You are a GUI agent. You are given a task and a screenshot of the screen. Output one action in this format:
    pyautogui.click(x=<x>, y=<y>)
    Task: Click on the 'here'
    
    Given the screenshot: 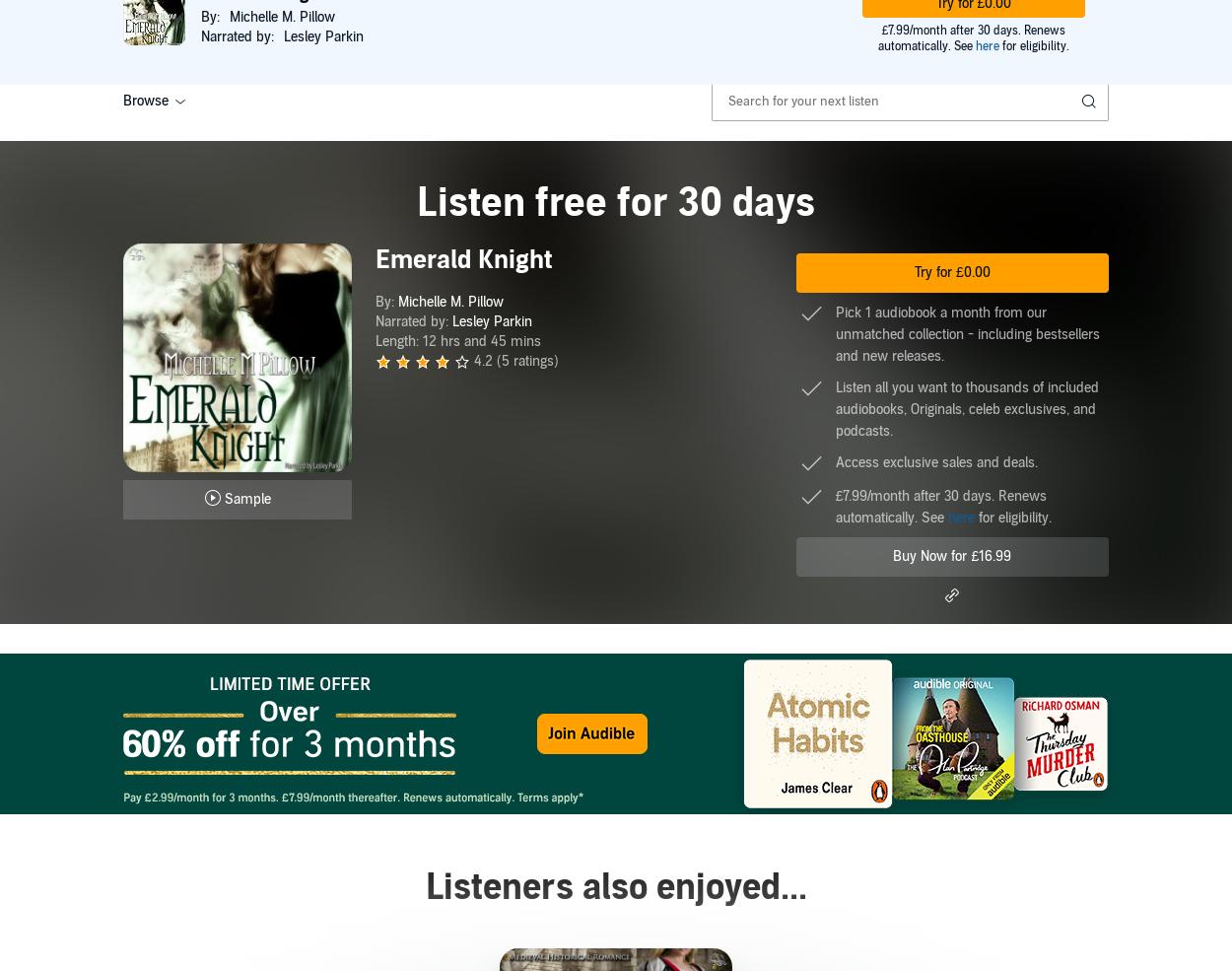 What is the action you would take?
    pyautogui.click(x=946, y=518)
    